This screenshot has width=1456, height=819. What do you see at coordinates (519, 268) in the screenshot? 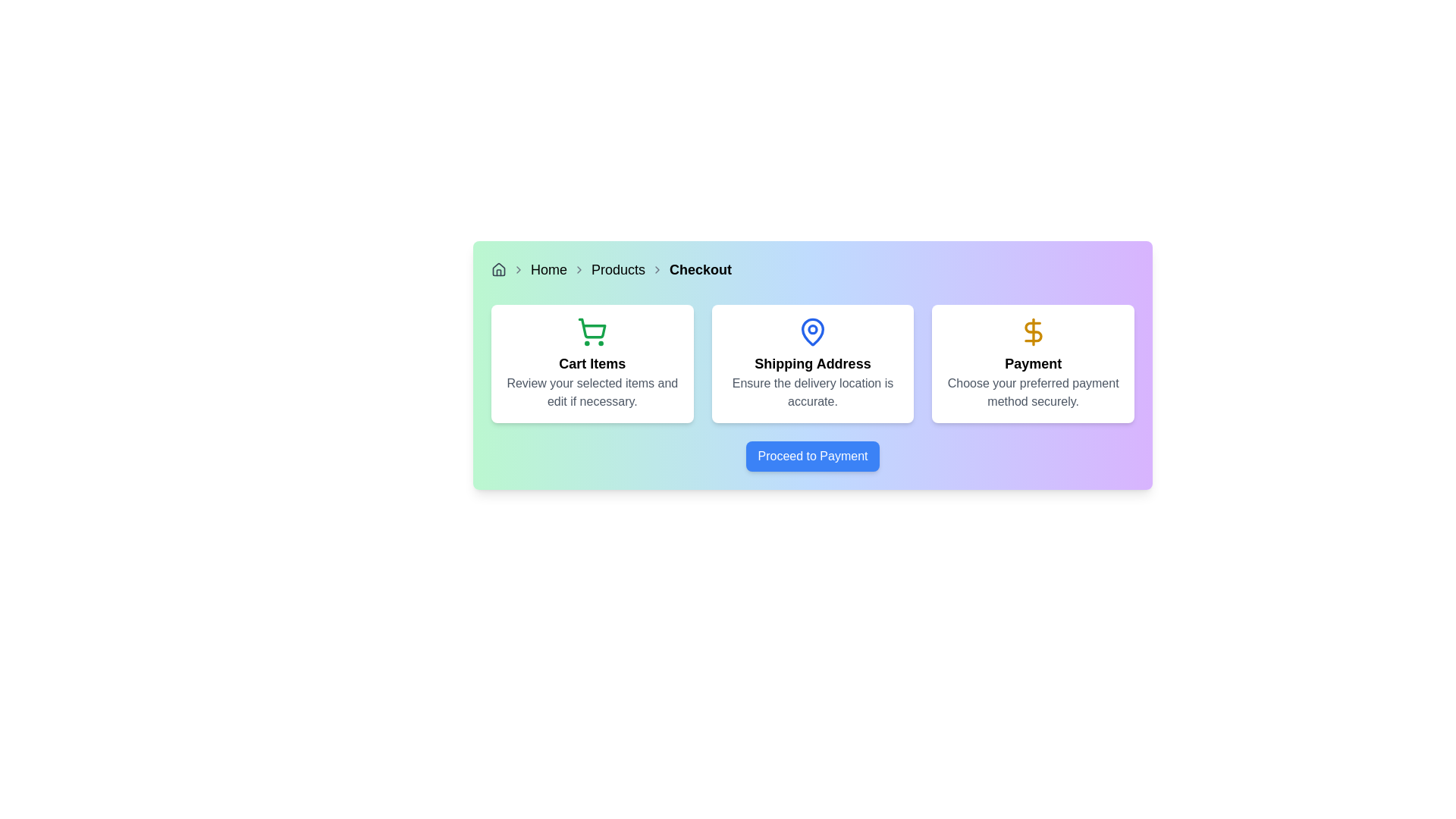
I see `the first chevron icon in the breadcrumb navigation, which visually separates 'Home' from subsequent items` at bounding box center [519, 268].